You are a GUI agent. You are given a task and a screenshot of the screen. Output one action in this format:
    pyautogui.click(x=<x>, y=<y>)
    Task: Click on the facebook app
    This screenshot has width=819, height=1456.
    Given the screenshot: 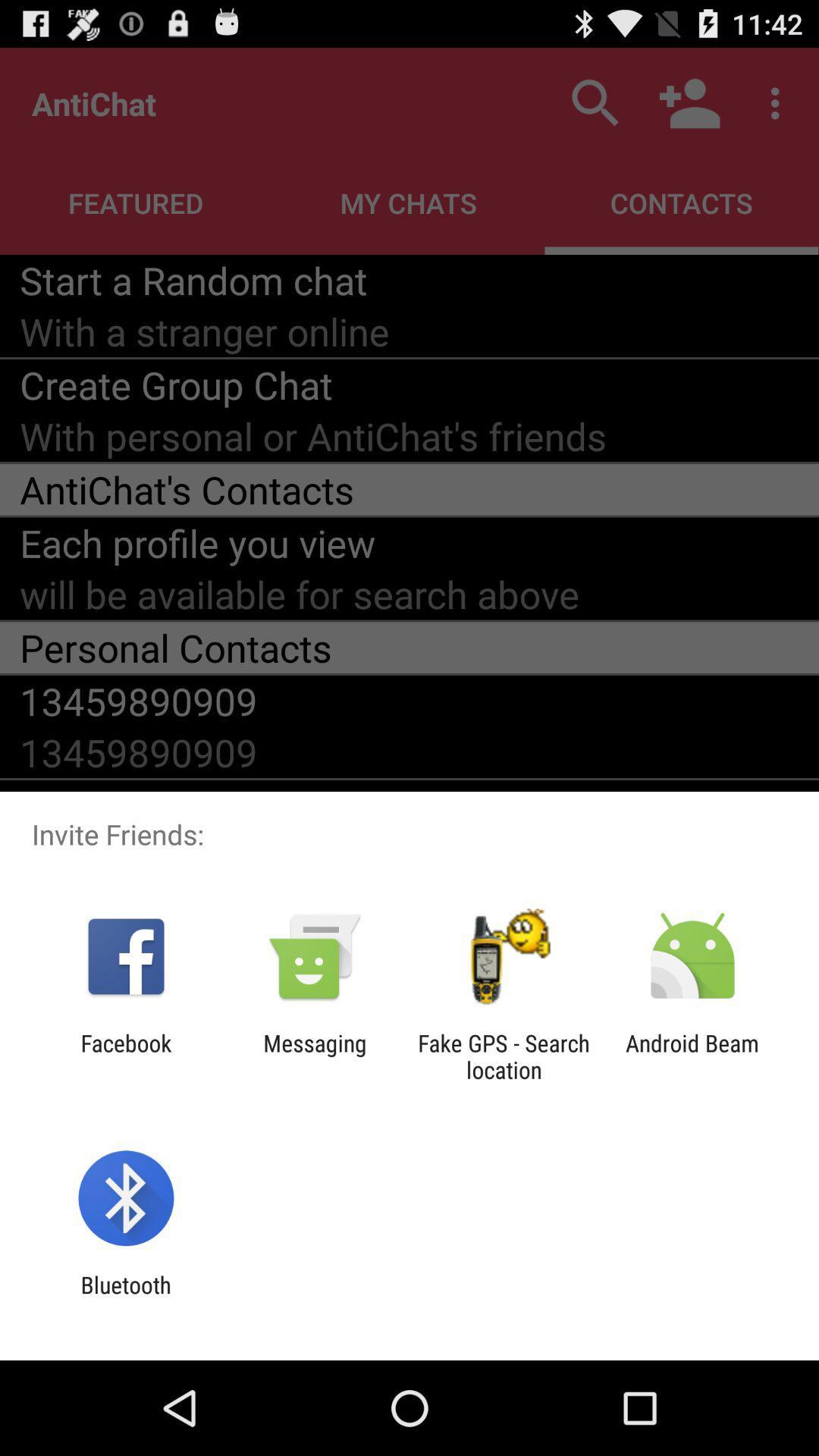 What is the action you would take?
    pyautogui.click(x=125, y=1056)
    